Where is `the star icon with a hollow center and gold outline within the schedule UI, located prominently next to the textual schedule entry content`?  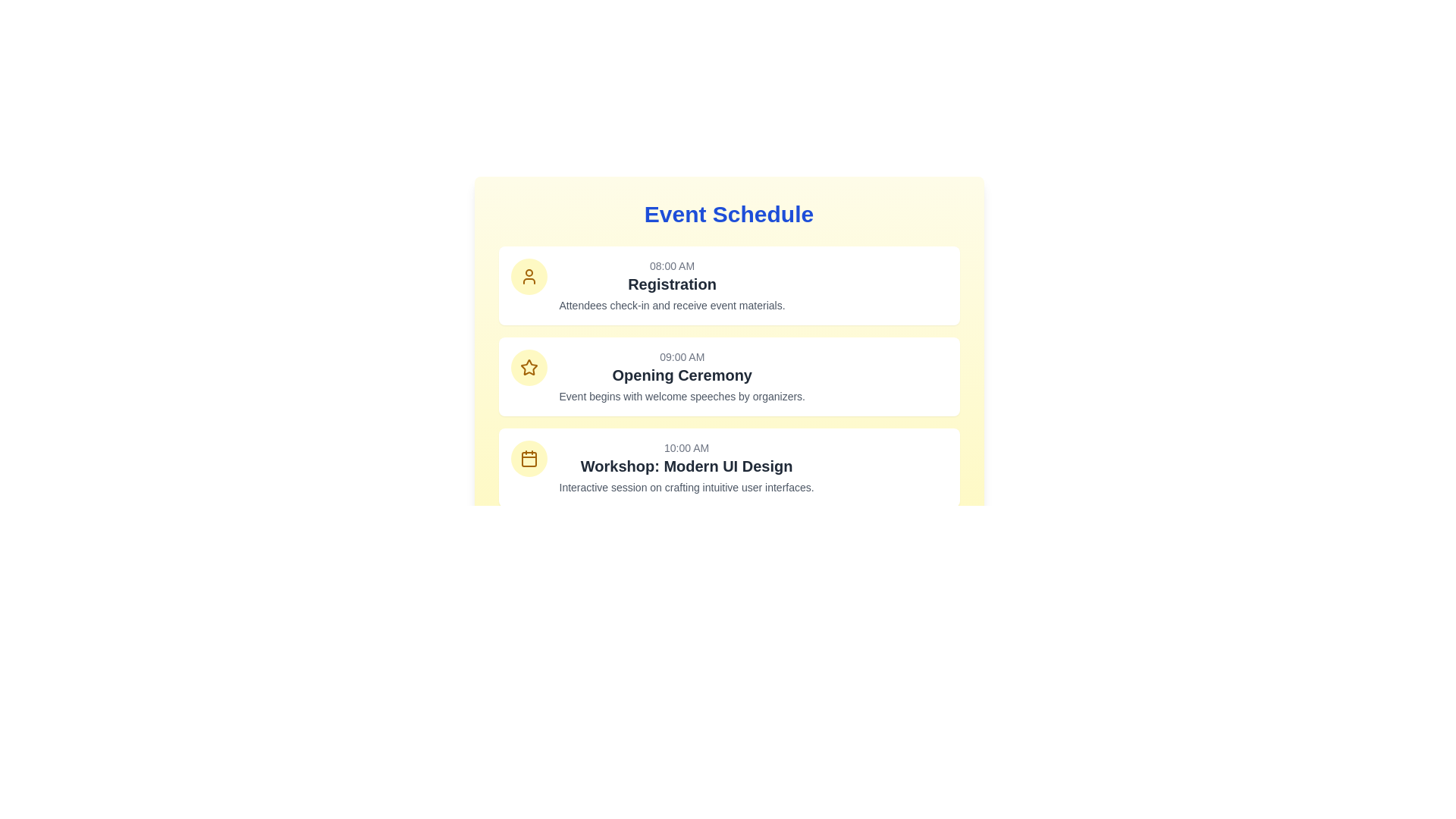
the star icon with a hollow center and gold outline within the schedule UI, located prominently next to the textual schedule entry content is located at coordinates (529, 367).